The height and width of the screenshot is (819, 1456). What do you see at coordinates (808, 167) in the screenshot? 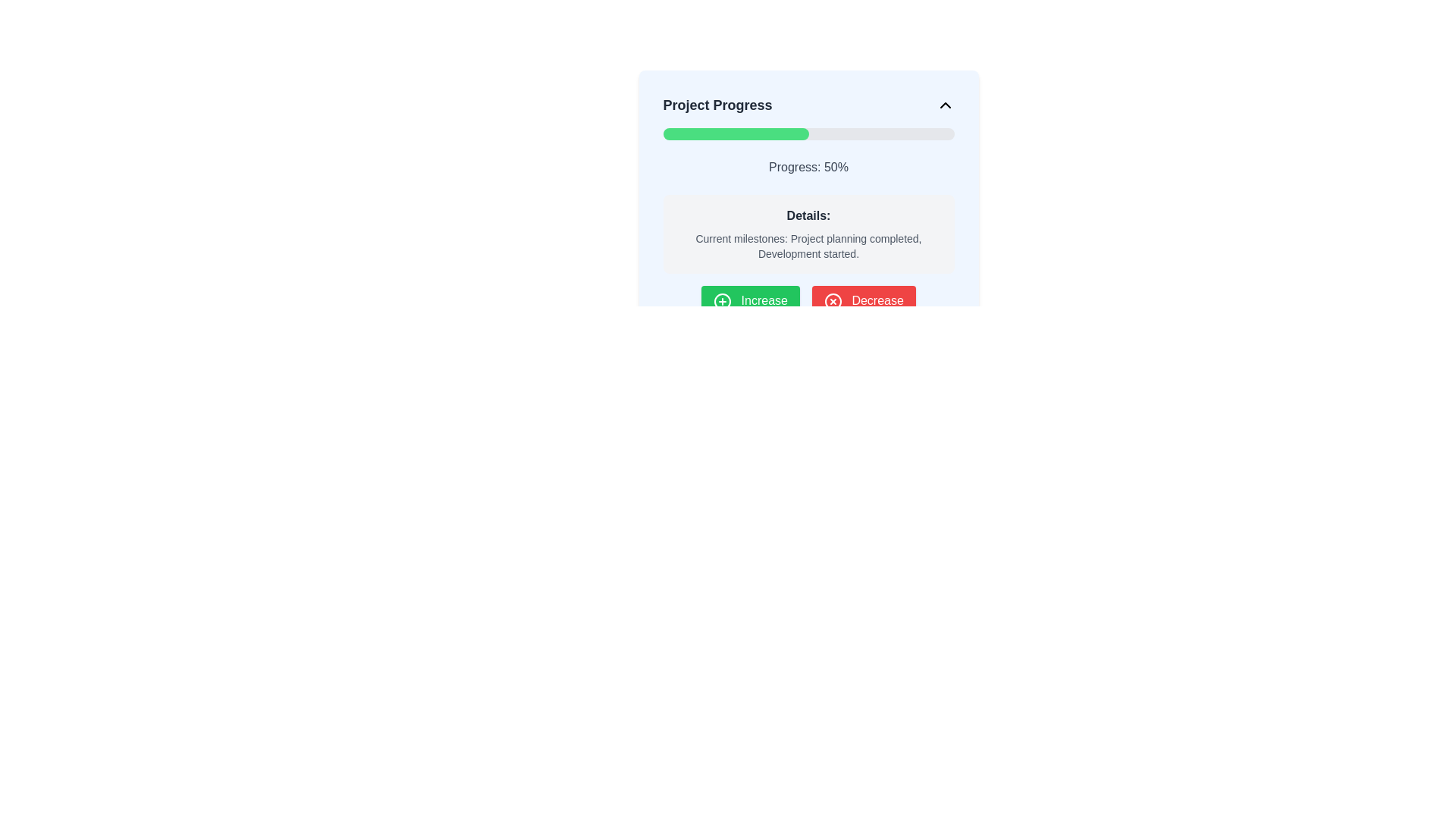
I see `the Text Label that displays the current progress of a project, located below the green progress bar and above the 'Details:' section within the 'Project Progress' card` at bounding box center [808, 167].